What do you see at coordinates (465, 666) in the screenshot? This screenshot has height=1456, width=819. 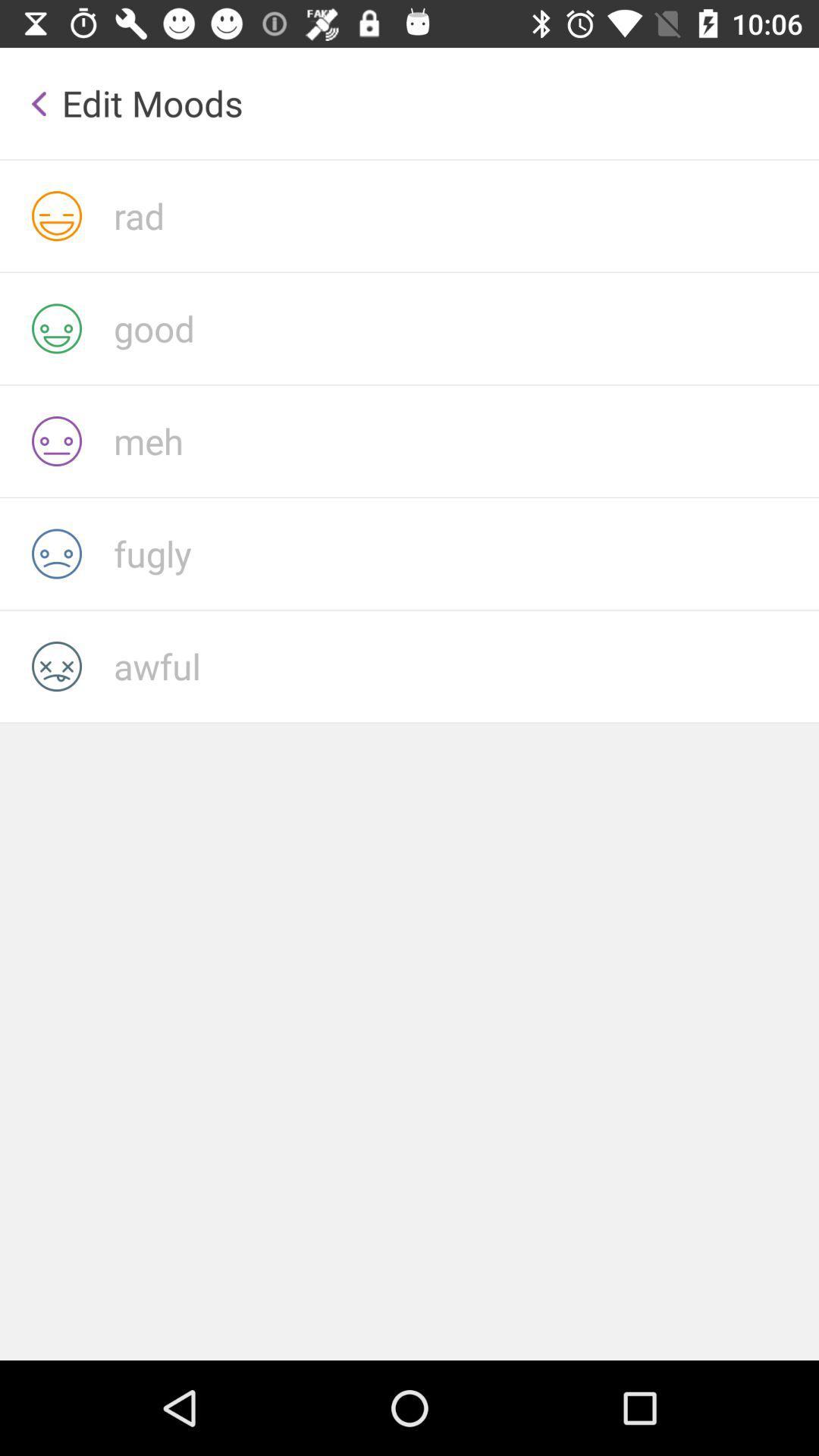 I see `type in another mood` at bounding box center [465, 666].